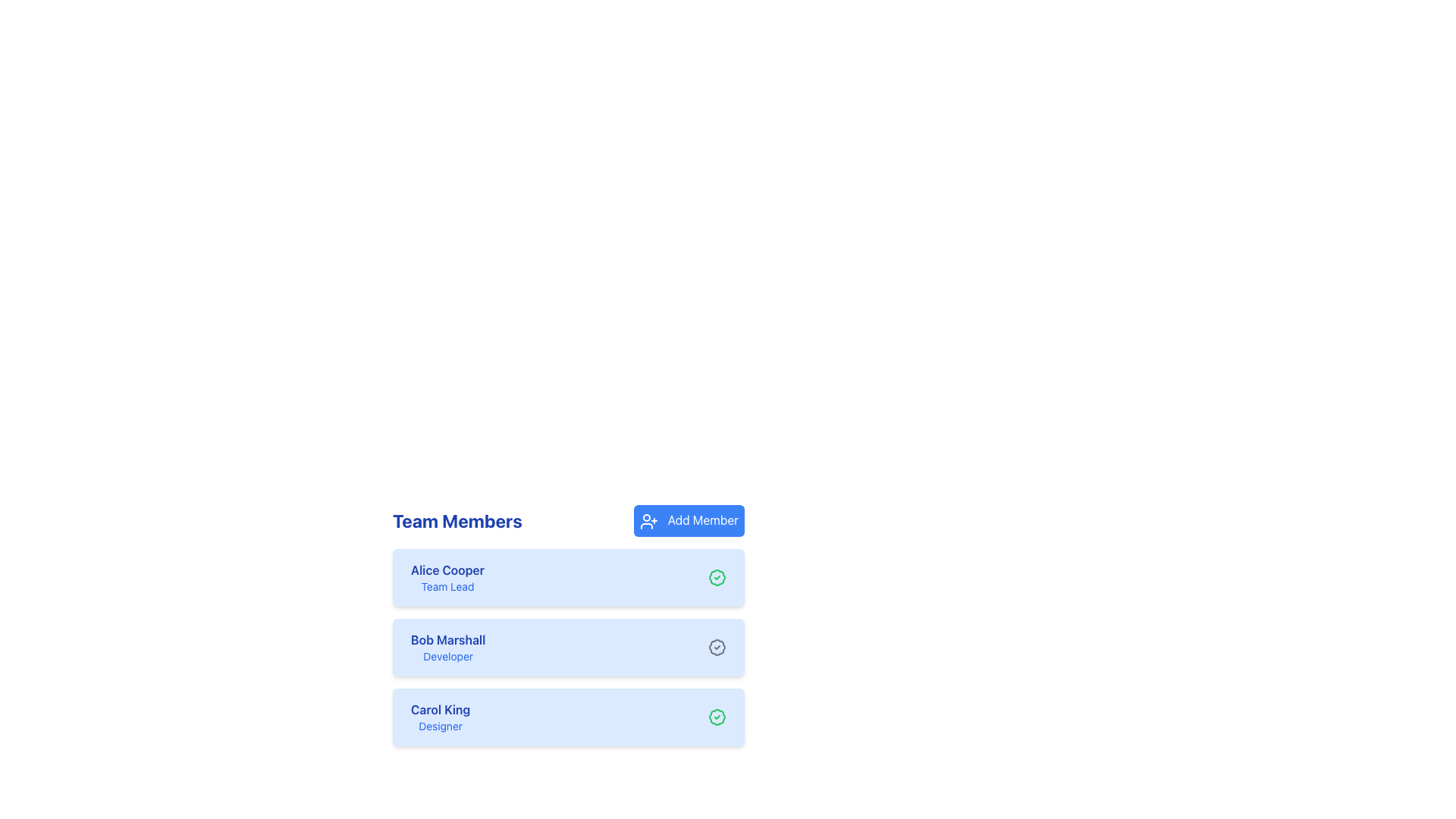 This screenshot has width=1456, height=819. I want to click on the circular icon with a green outline resembling a badge or checkmark symbol, located to the right of the text 'Alice Cooper' in the list of team members, so click(716, 717).